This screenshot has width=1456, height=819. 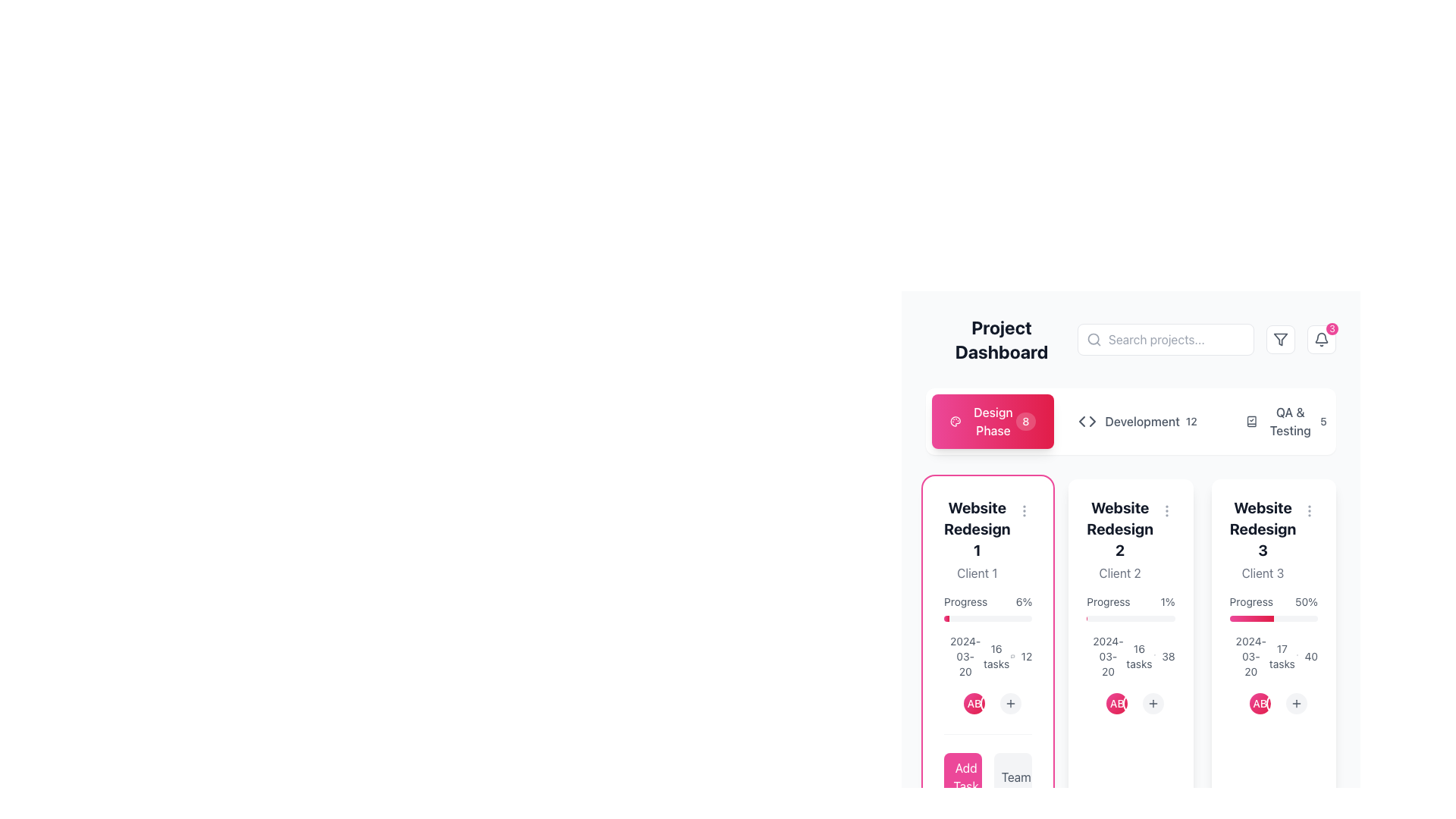 I want to click on the label indicating the purpose or category of the data displayed below, located in the rightmost card labeled 'Website Redesign 3', above the percentage value '50%' and progress bar, so click(x=1251, y=601).